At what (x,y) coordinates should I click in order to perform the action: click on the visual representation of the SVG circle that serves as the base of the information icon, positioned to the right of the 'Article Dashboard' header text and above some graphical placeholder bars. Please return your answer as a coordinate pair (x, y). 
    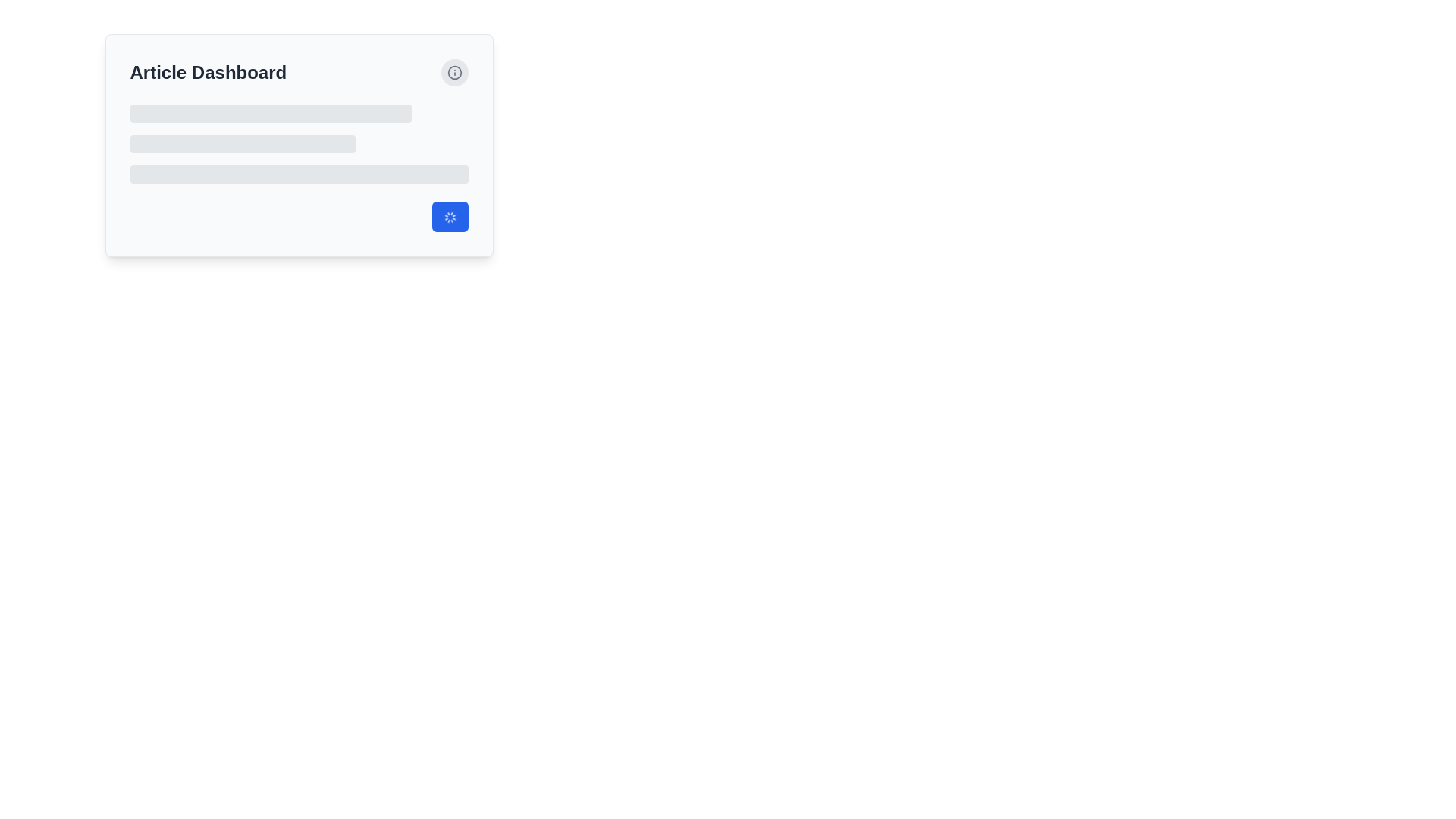
    Looking at the image, I should click on (453, 73).